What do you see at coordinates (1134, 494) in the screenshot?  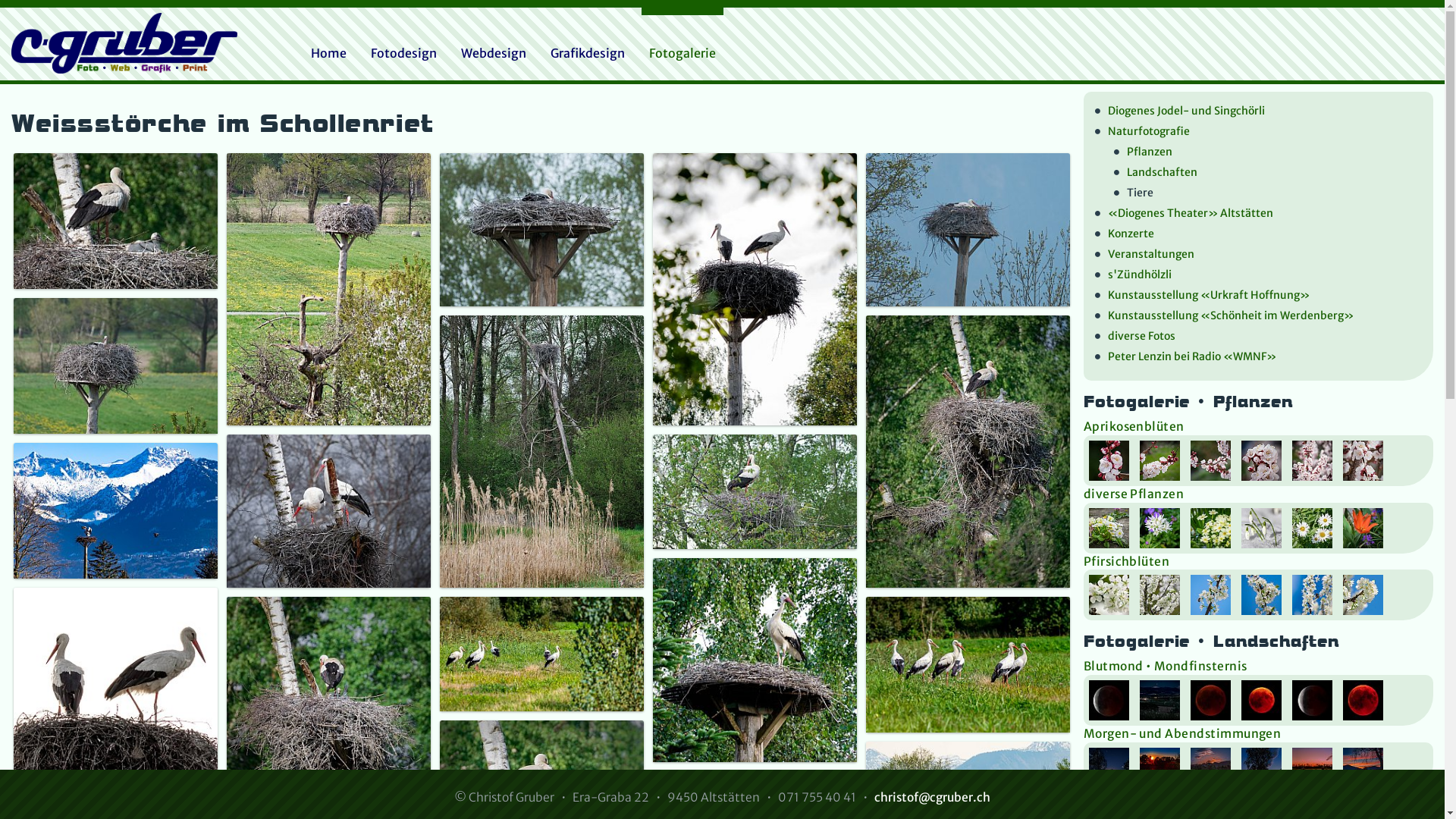 I see `'diverse Pflanzen'` at bounding box center [1134, 494].